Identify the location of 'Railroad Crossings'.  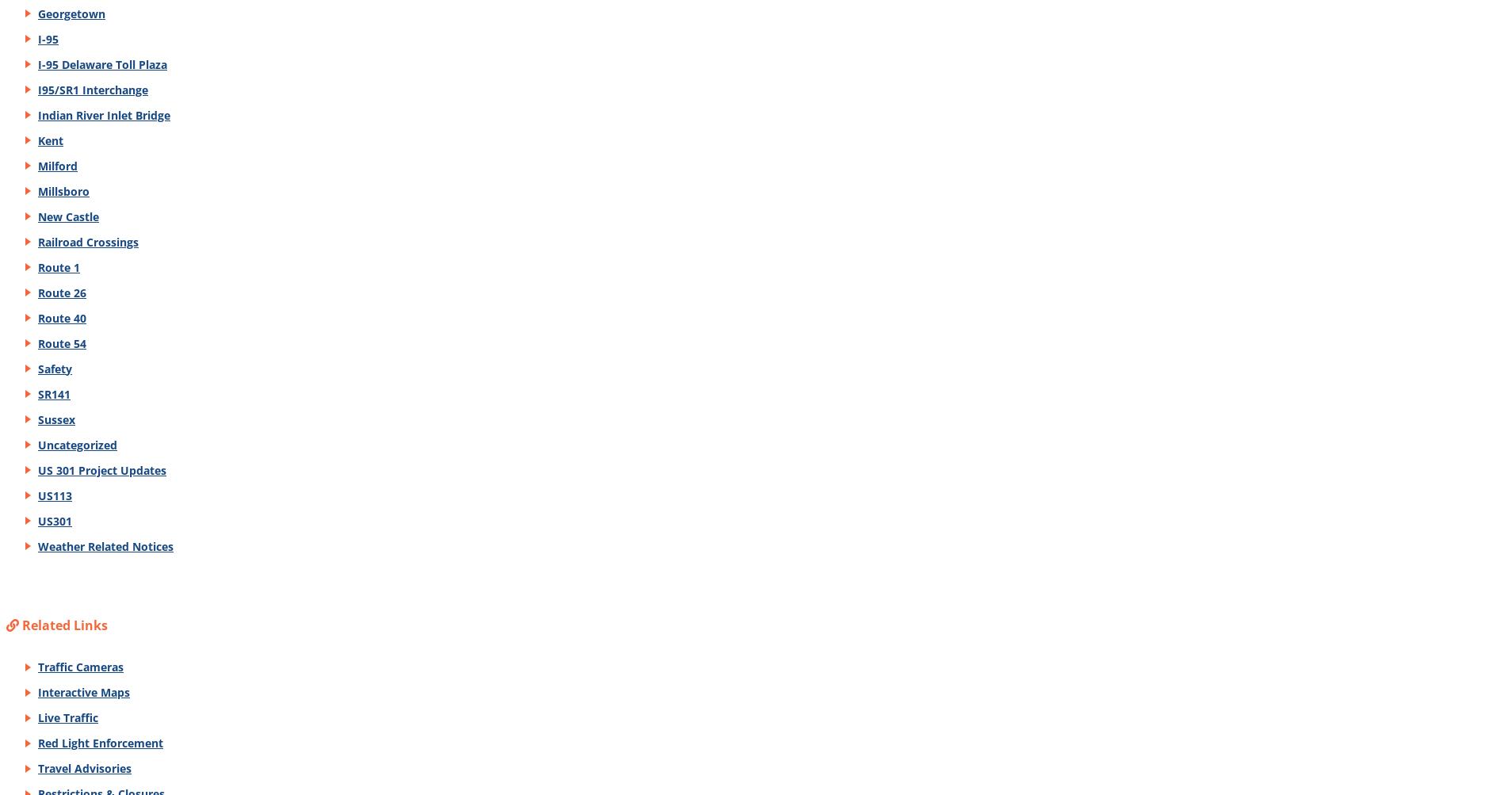
(87, 240).